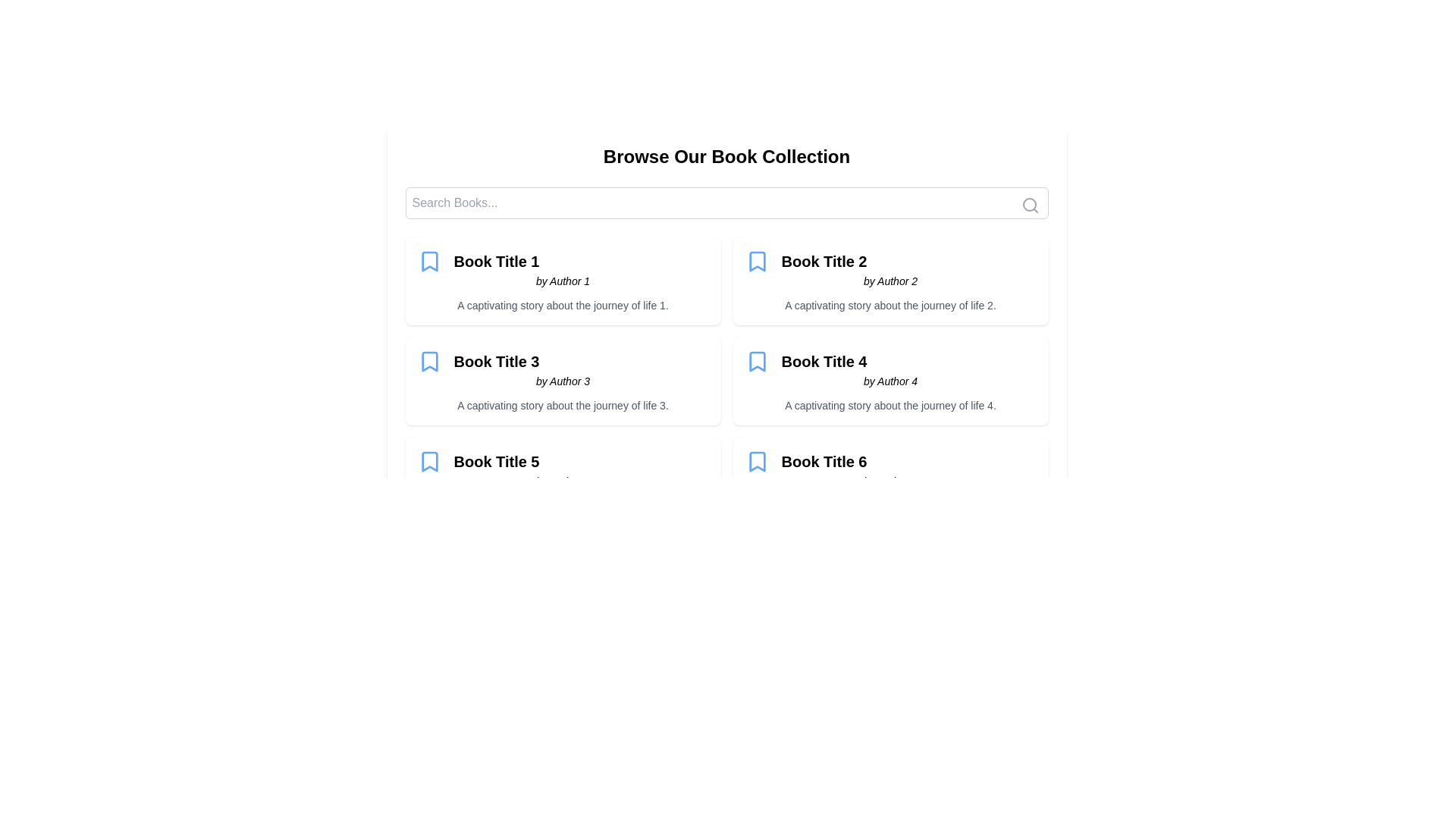 The width and height of the screenshot is (1456, 819). I want to click on the author name text element located under 'Book Title 6' and above the book description, so click(890, 482).